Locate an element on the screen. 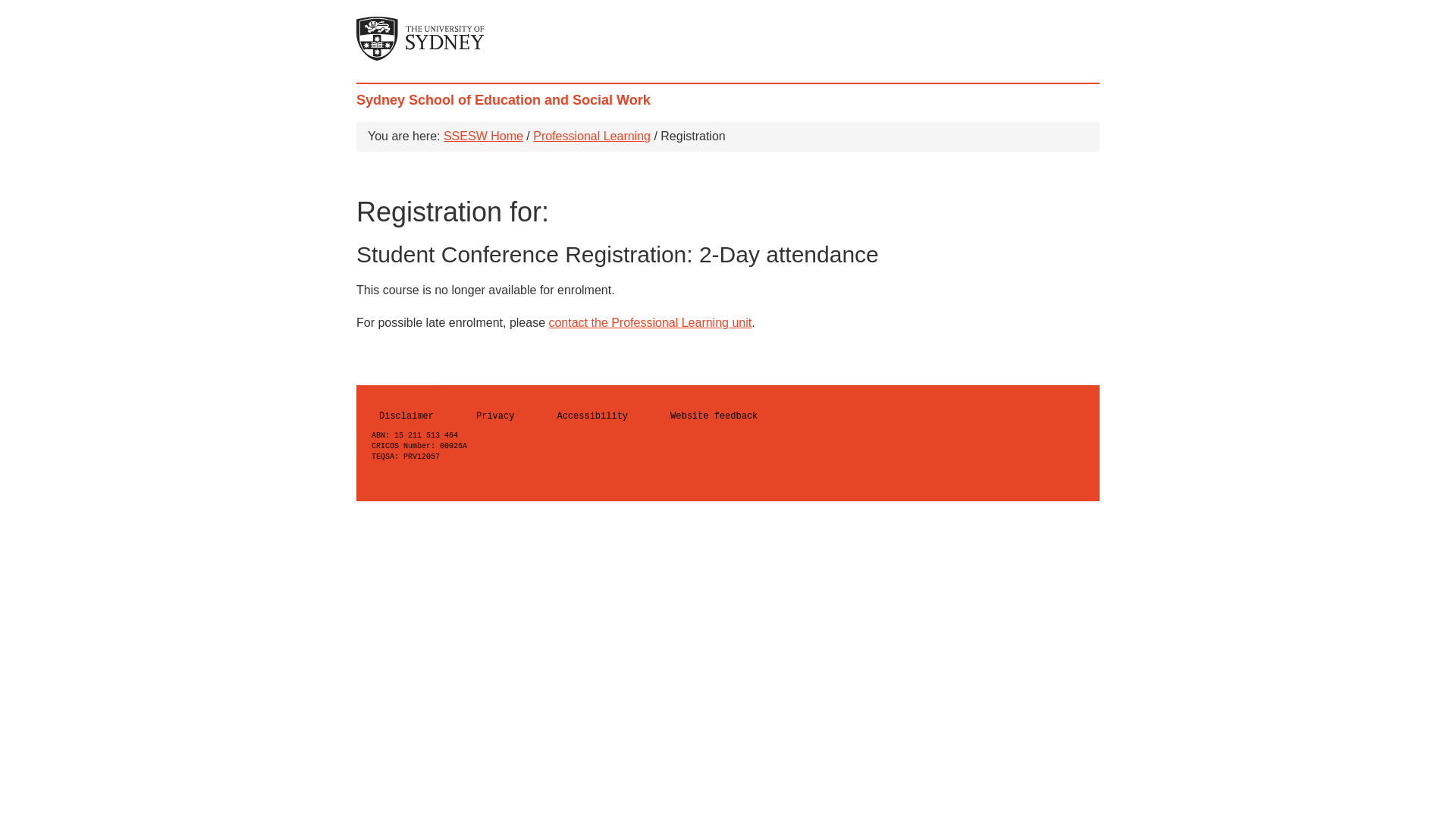 This screenshot has height=819, width=1456. 'Disclaimer' is located at coordinates (427, 416).